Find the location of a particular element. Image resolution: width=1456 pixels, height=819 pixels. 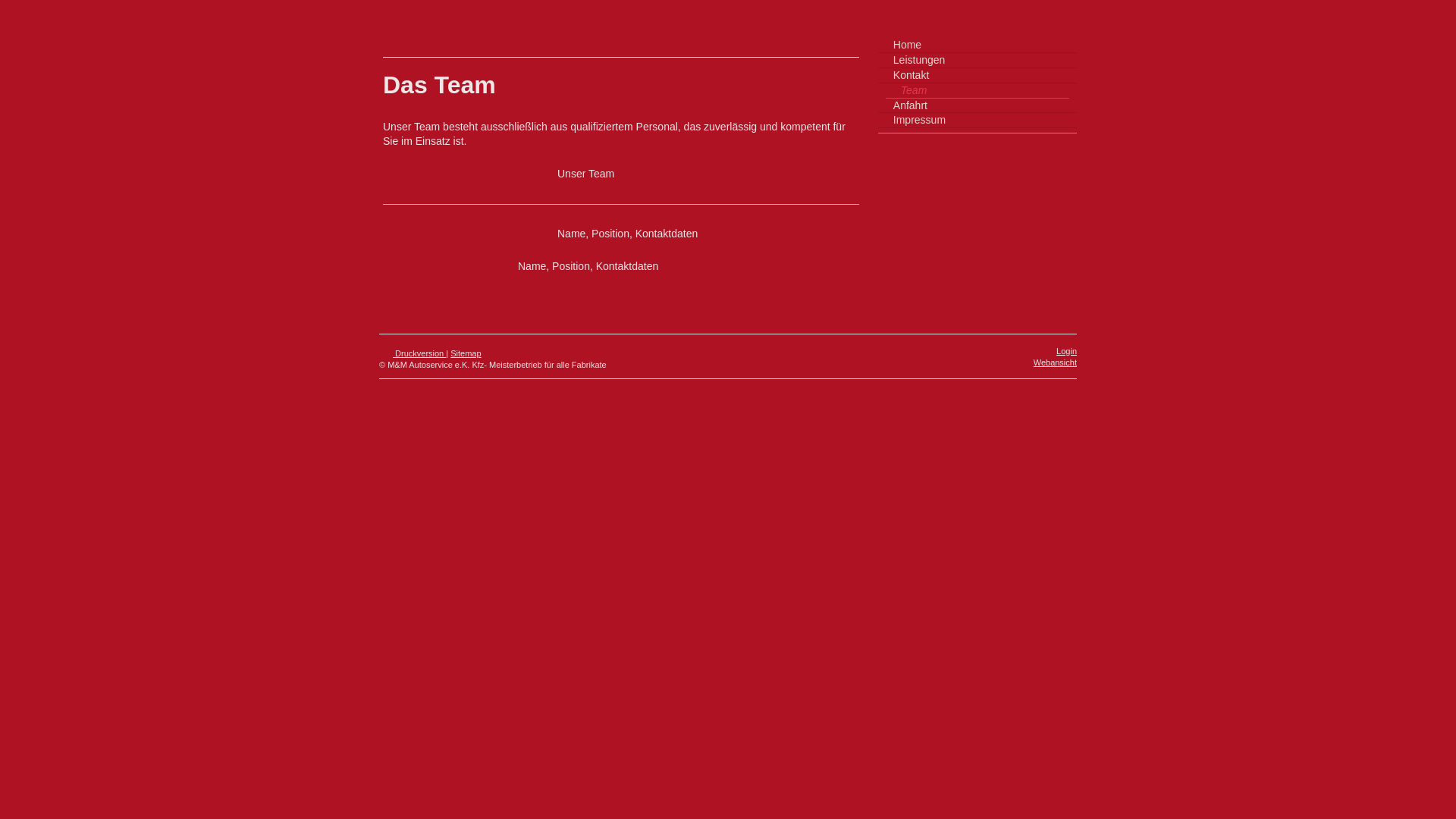

'Impressum' is located at coordinates (977, 119).